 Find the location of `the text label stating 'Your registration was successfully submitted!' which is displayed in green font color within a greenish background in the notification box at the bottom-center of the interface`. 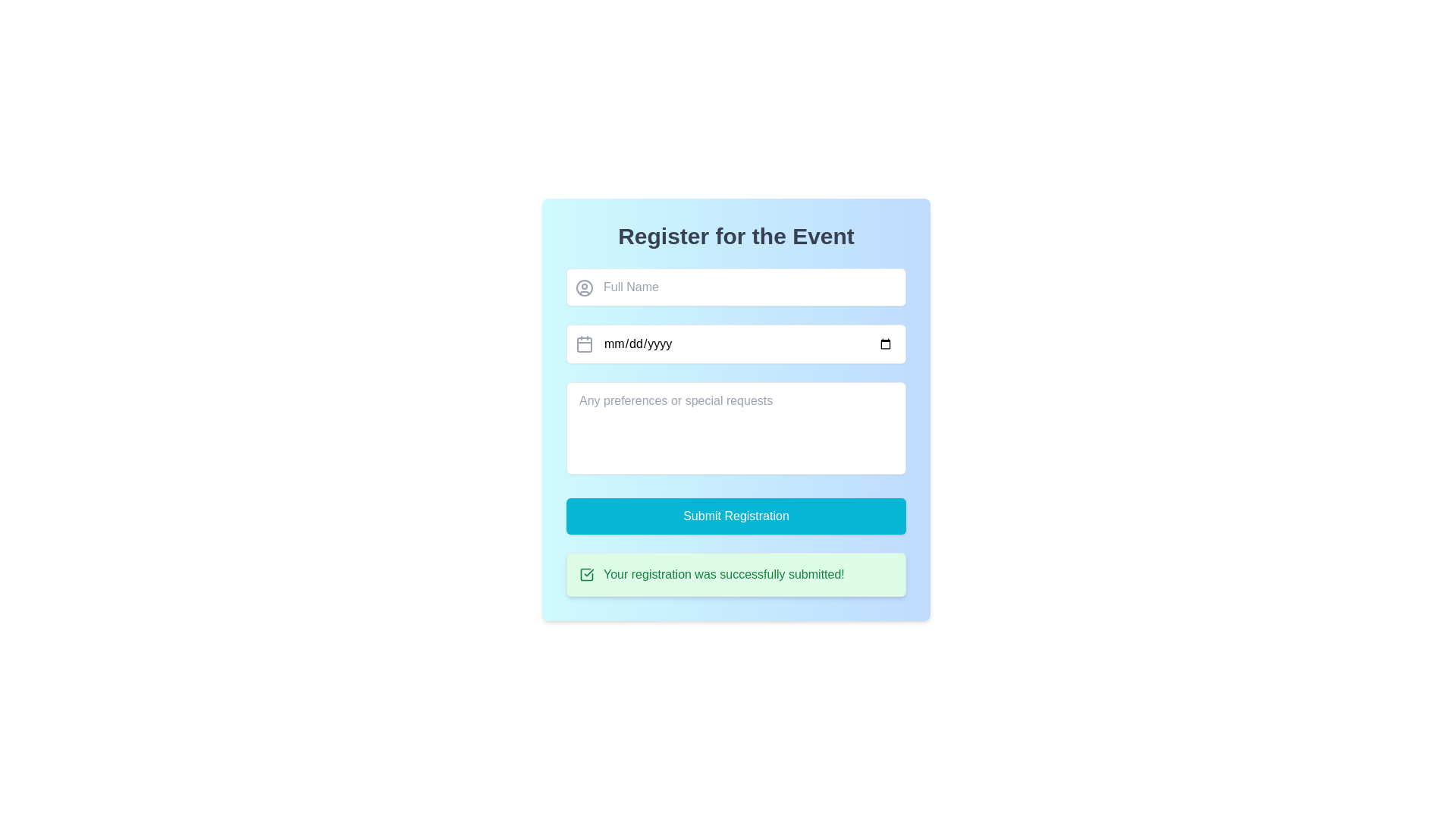

the text label stating 'Your registration was successfully submitted!' which is displayed in green font color within a greenish background in the notification box at the bottom-center of the interface is located at coordinates (723, 575).